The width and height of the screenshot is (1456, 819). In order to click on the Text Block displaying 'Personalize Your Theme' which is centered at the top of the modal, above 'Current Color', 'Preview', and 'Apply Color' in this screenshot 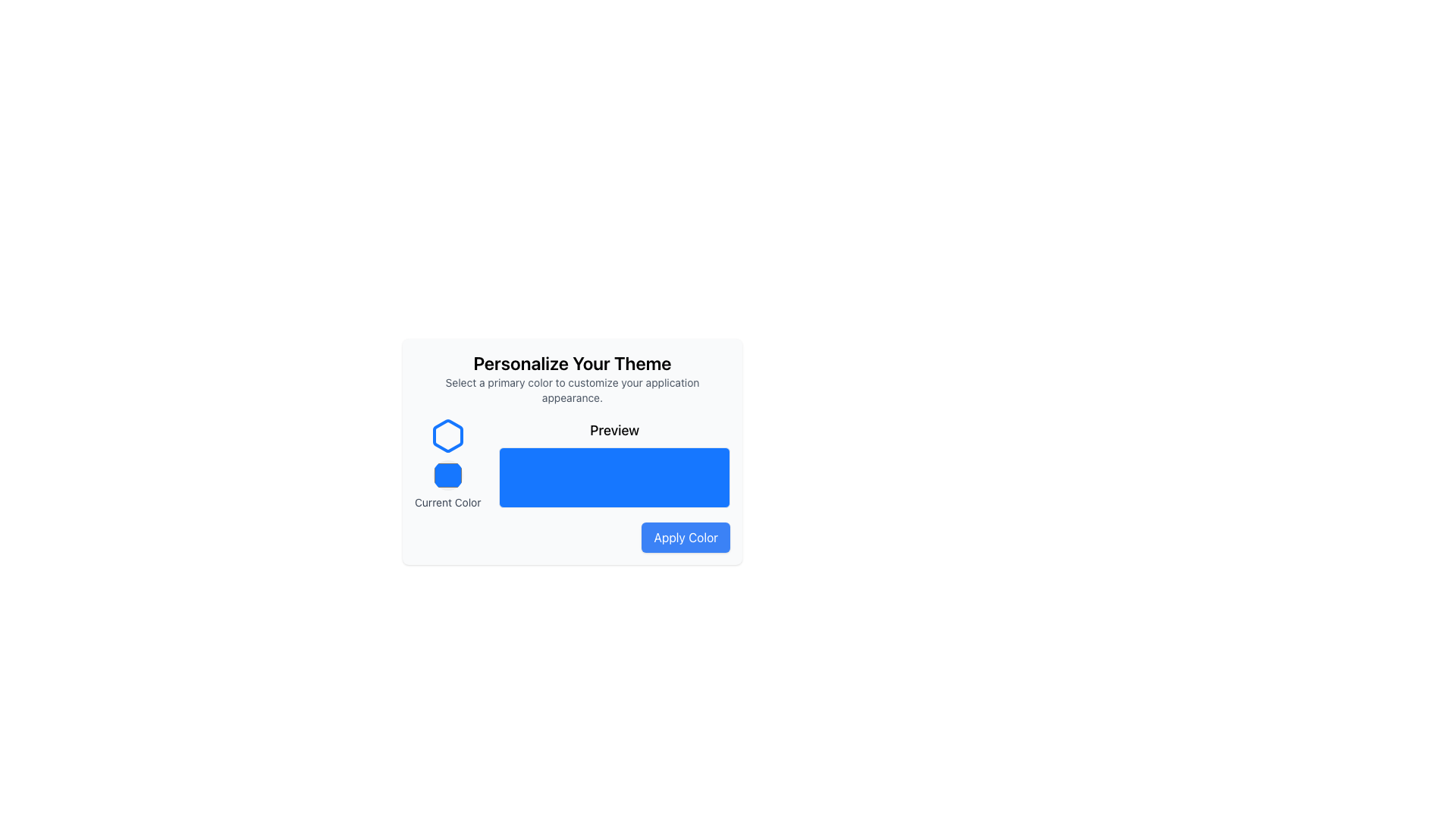, I will do `click(571, 377)`.